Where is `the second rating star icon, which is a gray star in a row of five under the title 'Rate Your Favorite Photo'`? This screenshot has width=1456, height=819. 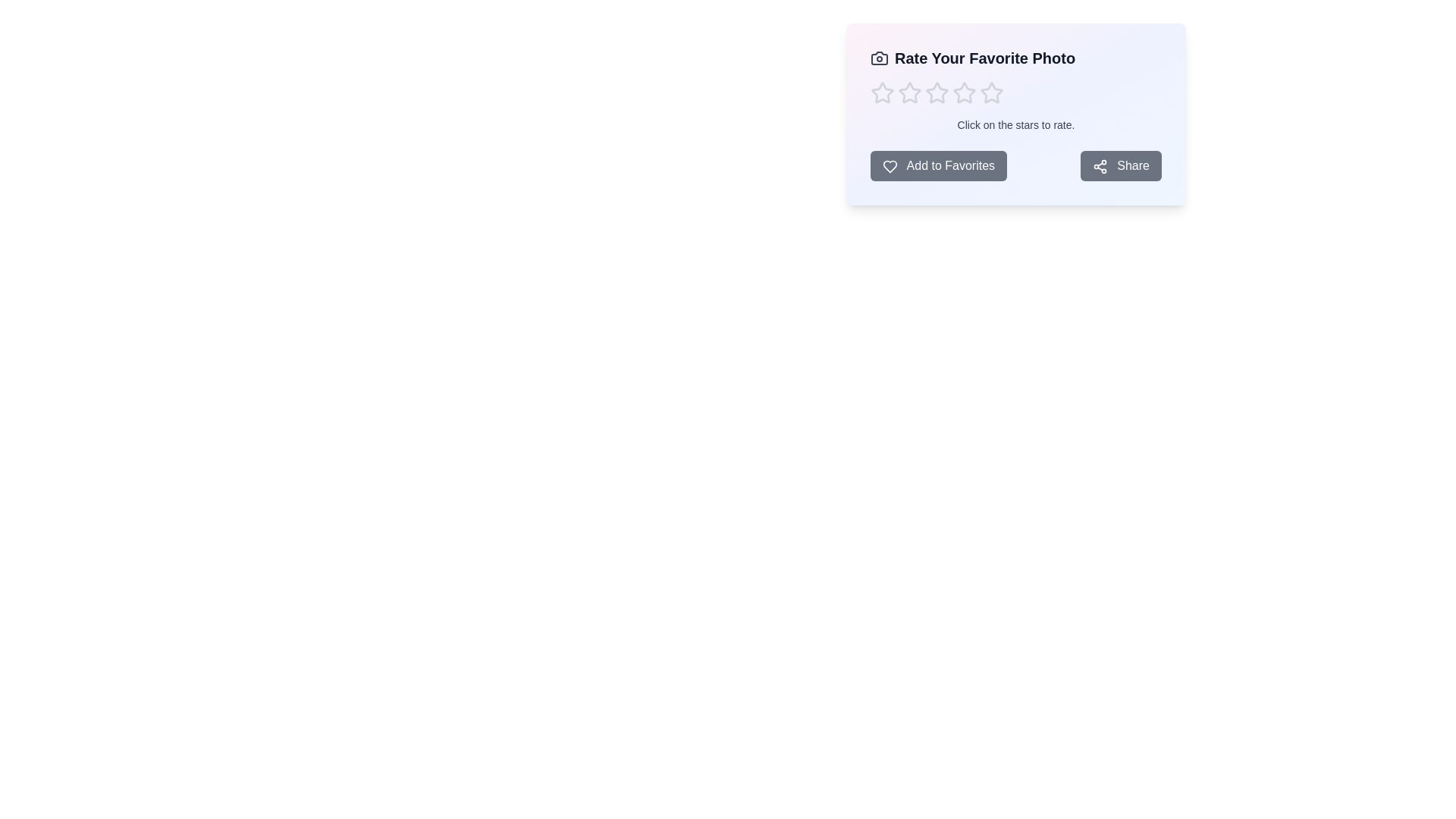 the second rating star icon, which is a gray star in a row of five under the title 'Rate Your Favorite Photo' is located at coordinates (964, 93).